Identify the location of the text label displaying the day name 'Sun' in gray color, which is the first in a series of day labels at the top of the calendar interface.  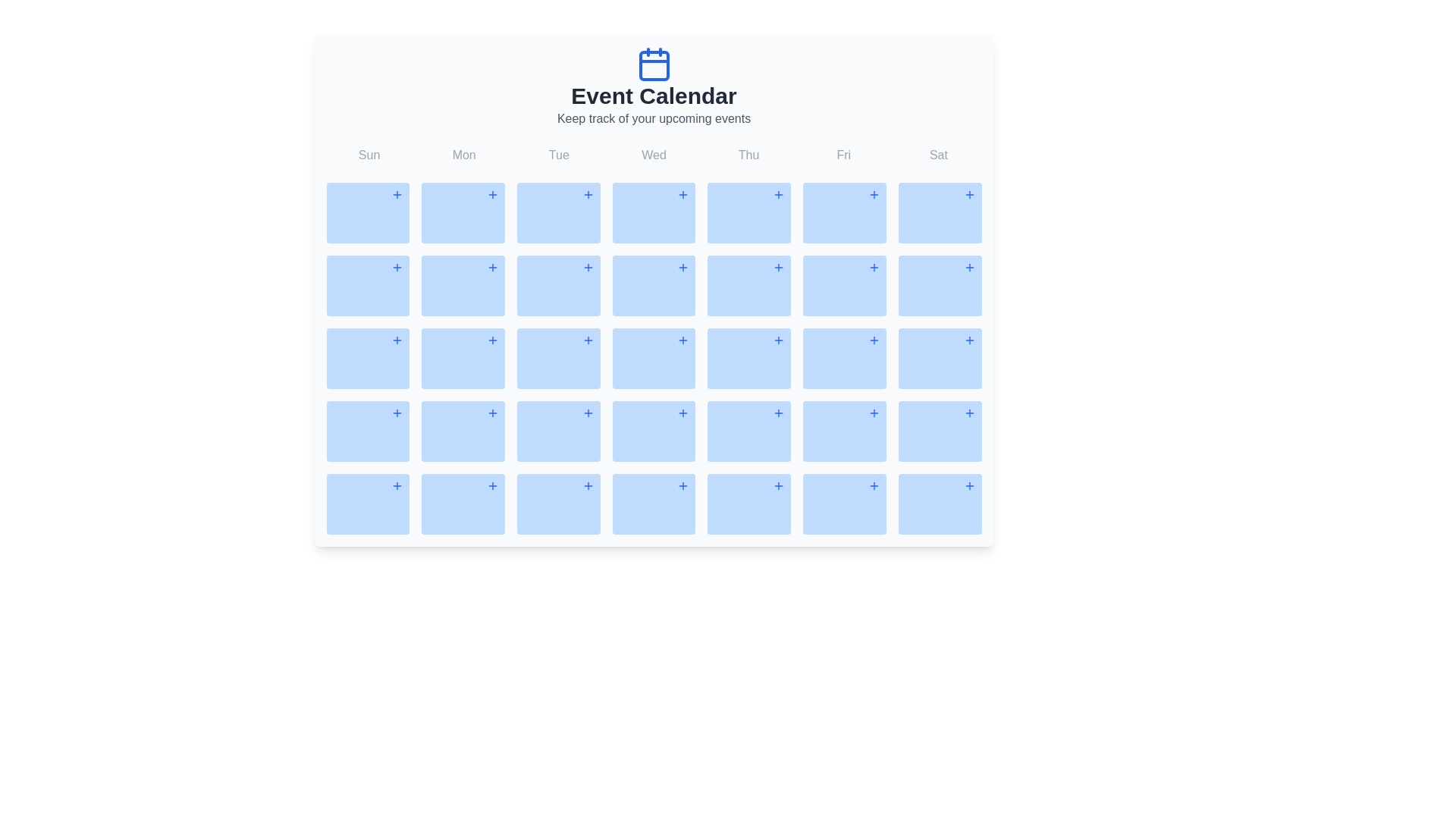
(369, 155).